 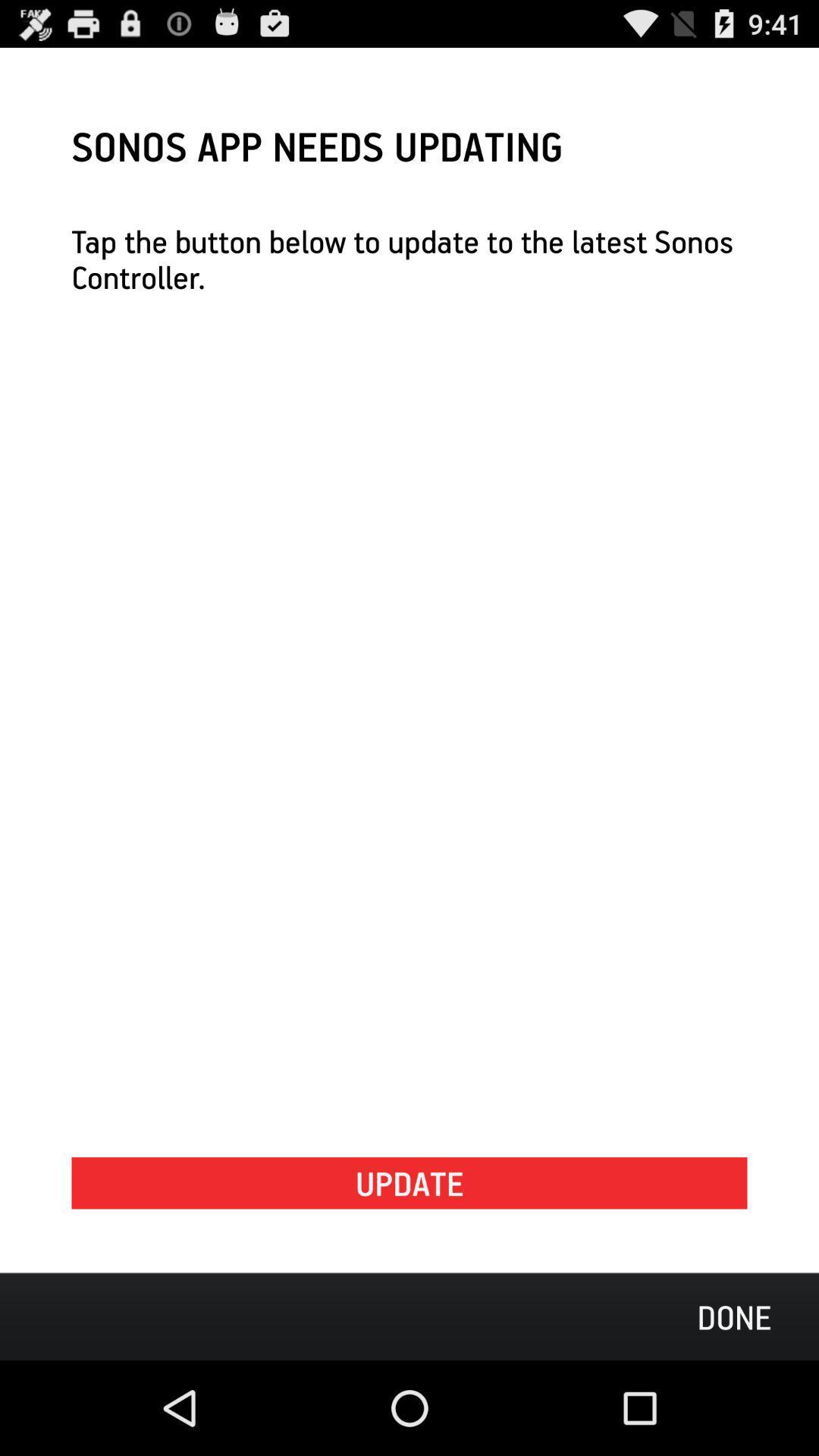 I want to click on the done icon, so click(x=733, y=1316).